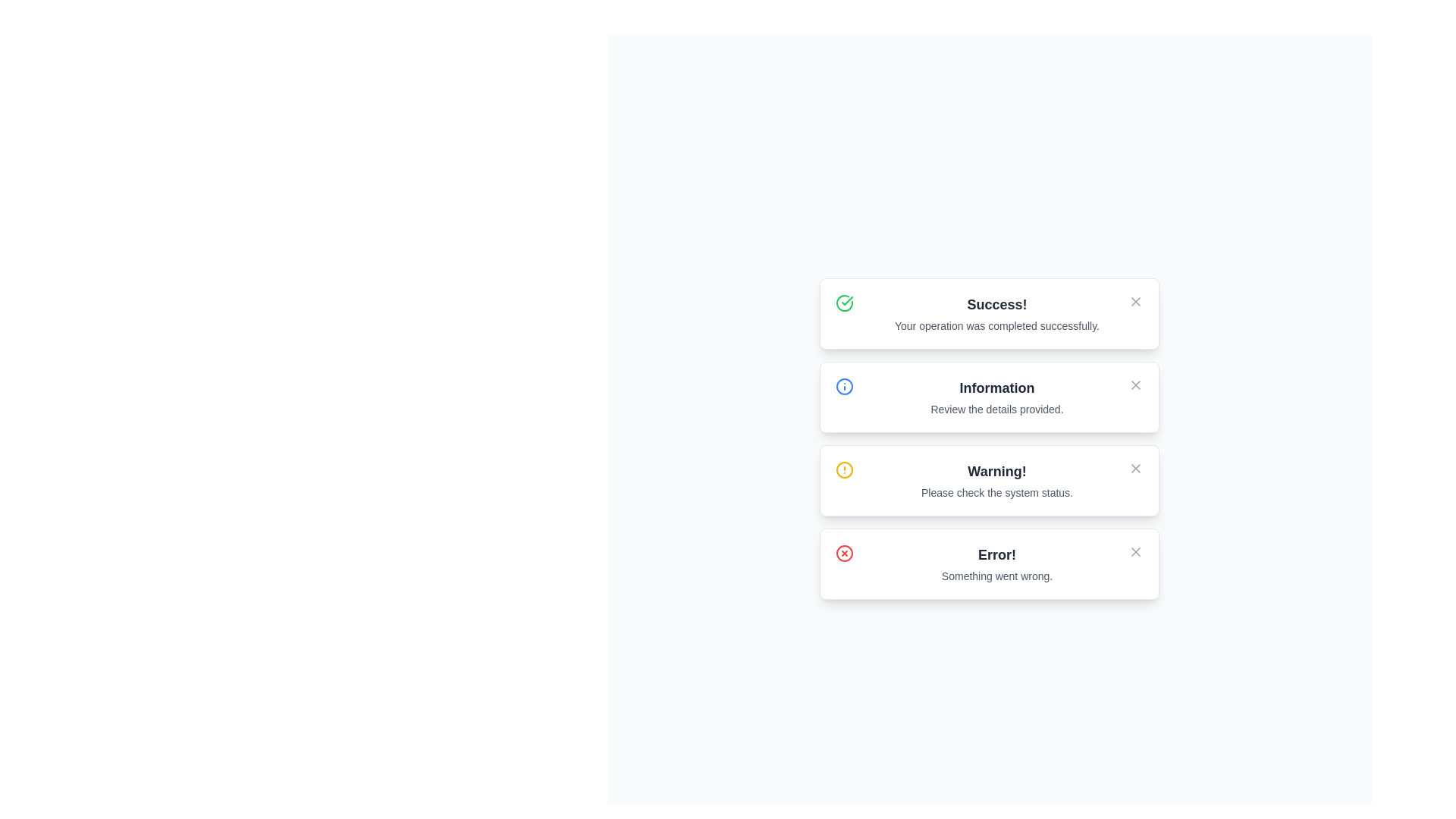 This screenshot has width=1456, height=819. I want to click on the text label providing supplementary information for the 'Information' notification, located beneath the heading in the second card of the notification stack, so click(997, 409).